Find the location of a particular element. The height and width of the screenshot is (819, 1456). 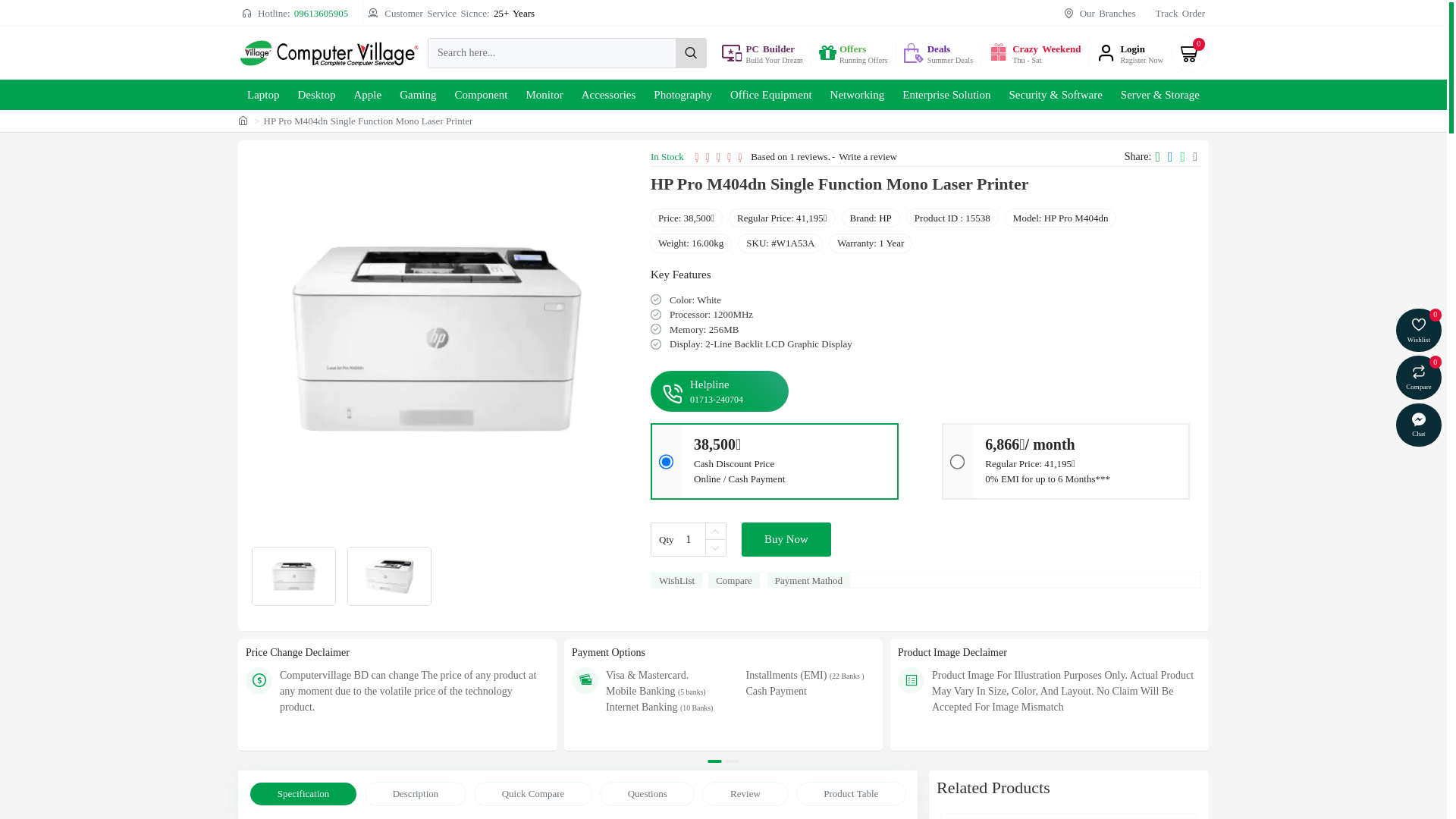

'Questions' is located at coordinates (647, 792).